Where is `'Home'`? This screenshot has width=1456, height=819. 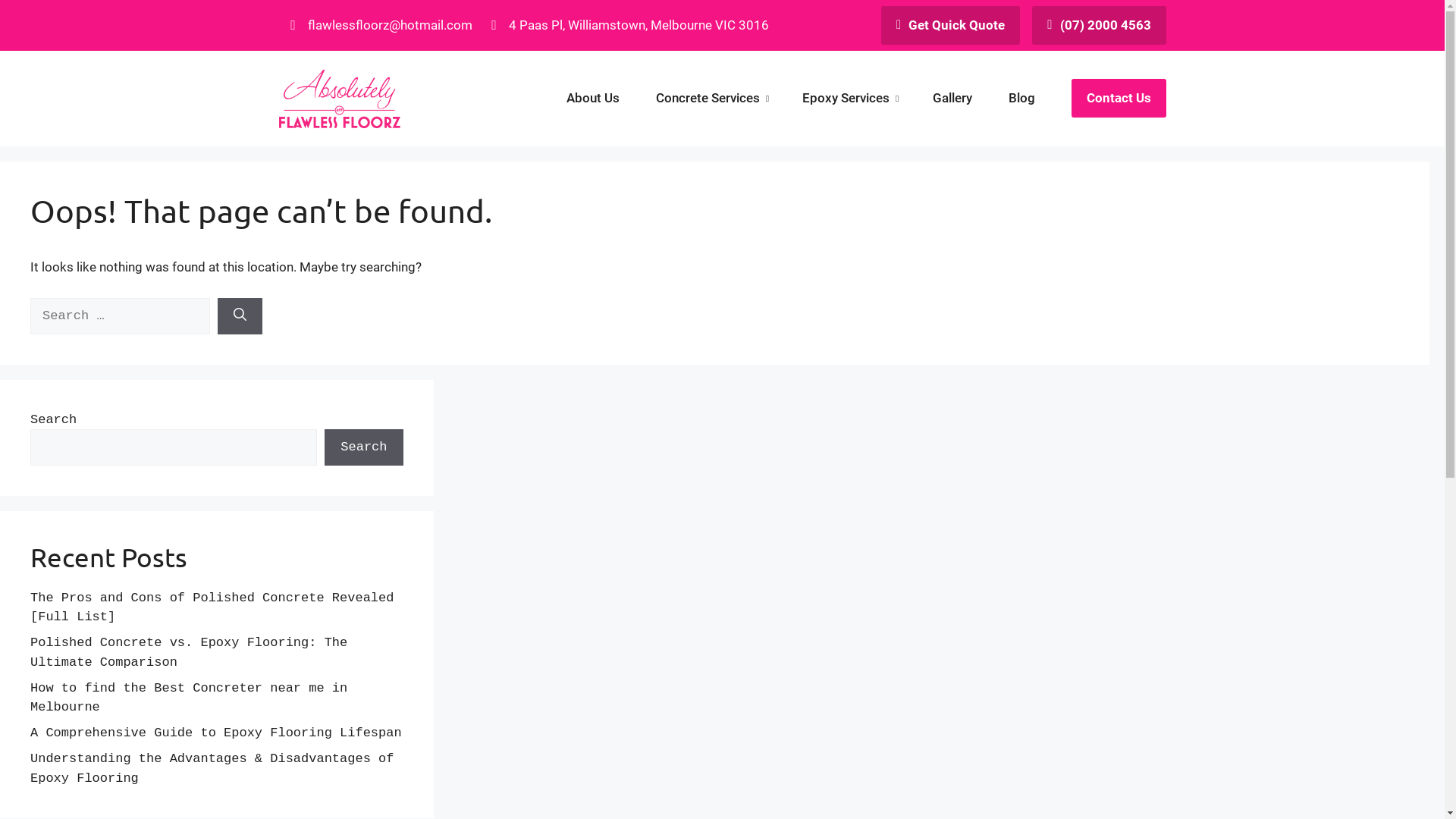
'Home' is located at coordinates (338, 99).